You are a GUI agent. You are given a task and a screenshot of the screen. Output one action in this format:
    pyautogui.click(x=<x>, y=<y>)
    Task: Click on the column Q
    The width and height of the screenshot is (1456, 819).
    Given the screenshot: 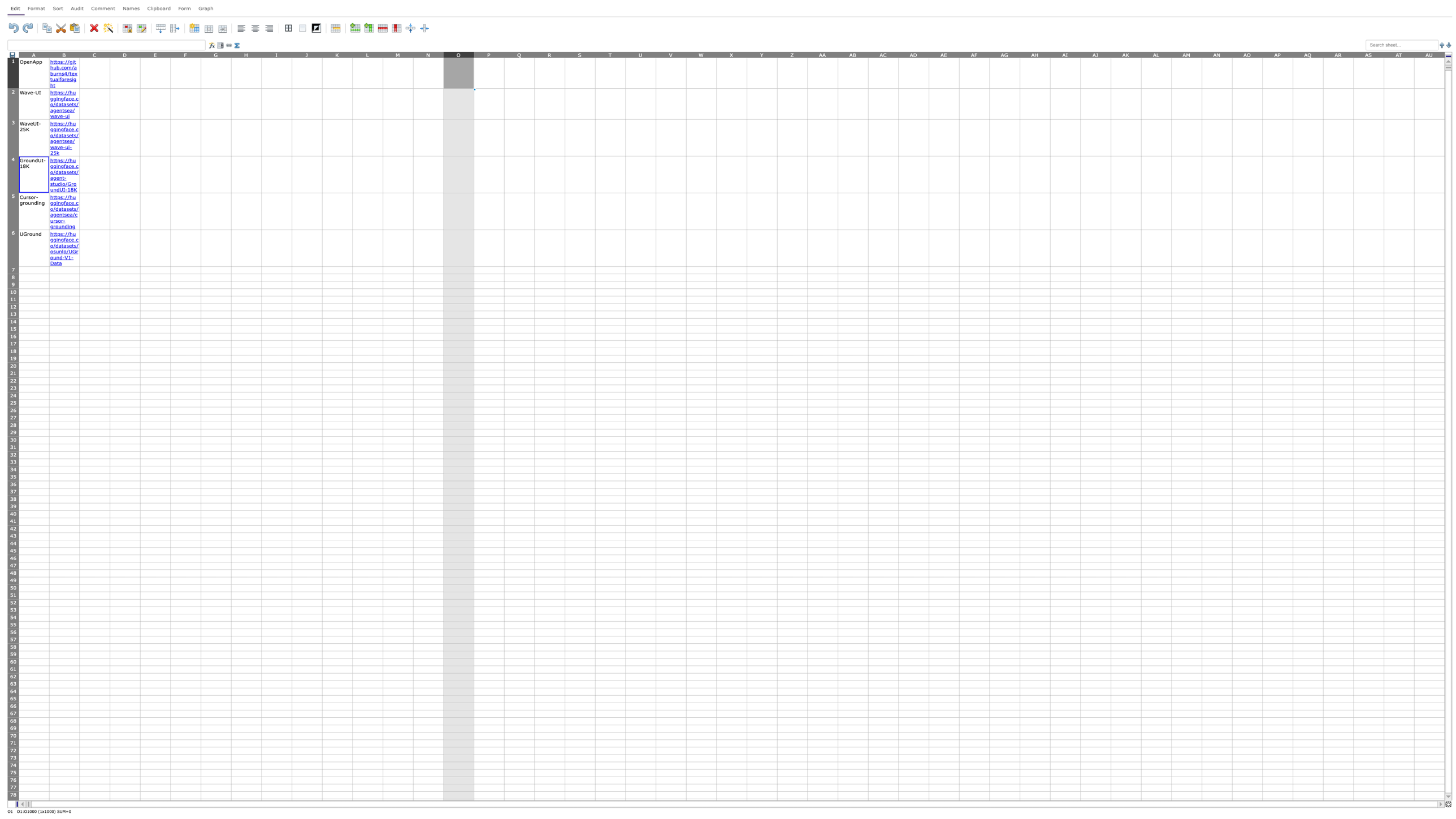 What is the action you would take?
    pyautogui.click(x=519, y=54)
    